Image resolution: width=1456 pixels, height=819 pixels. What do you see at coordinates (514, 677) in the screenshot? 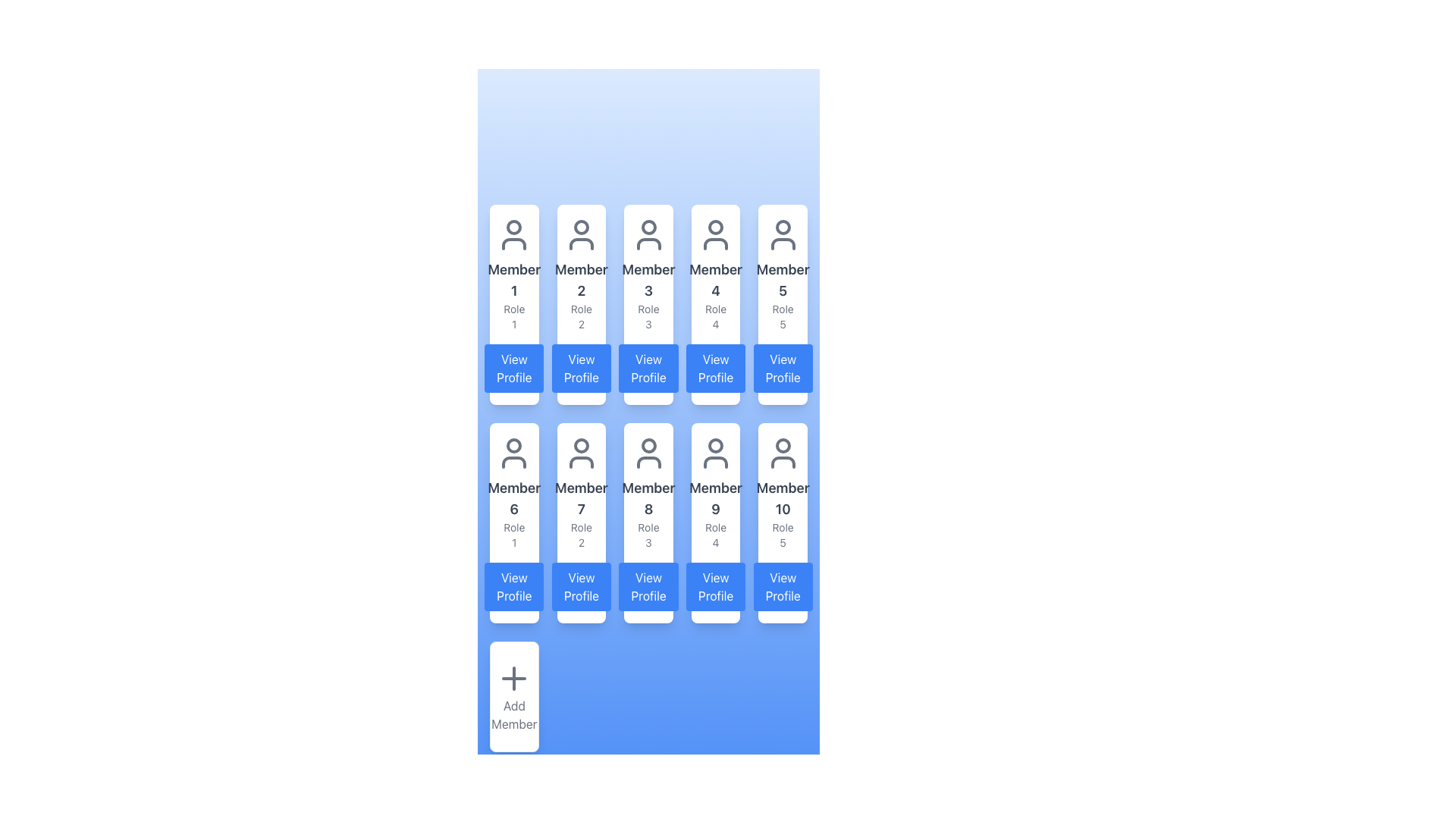
I see `the cross-shaped icon with a light-gray stroke located within the 'Add Member' component to receive hover feedback` at bounding box center [514, 677].